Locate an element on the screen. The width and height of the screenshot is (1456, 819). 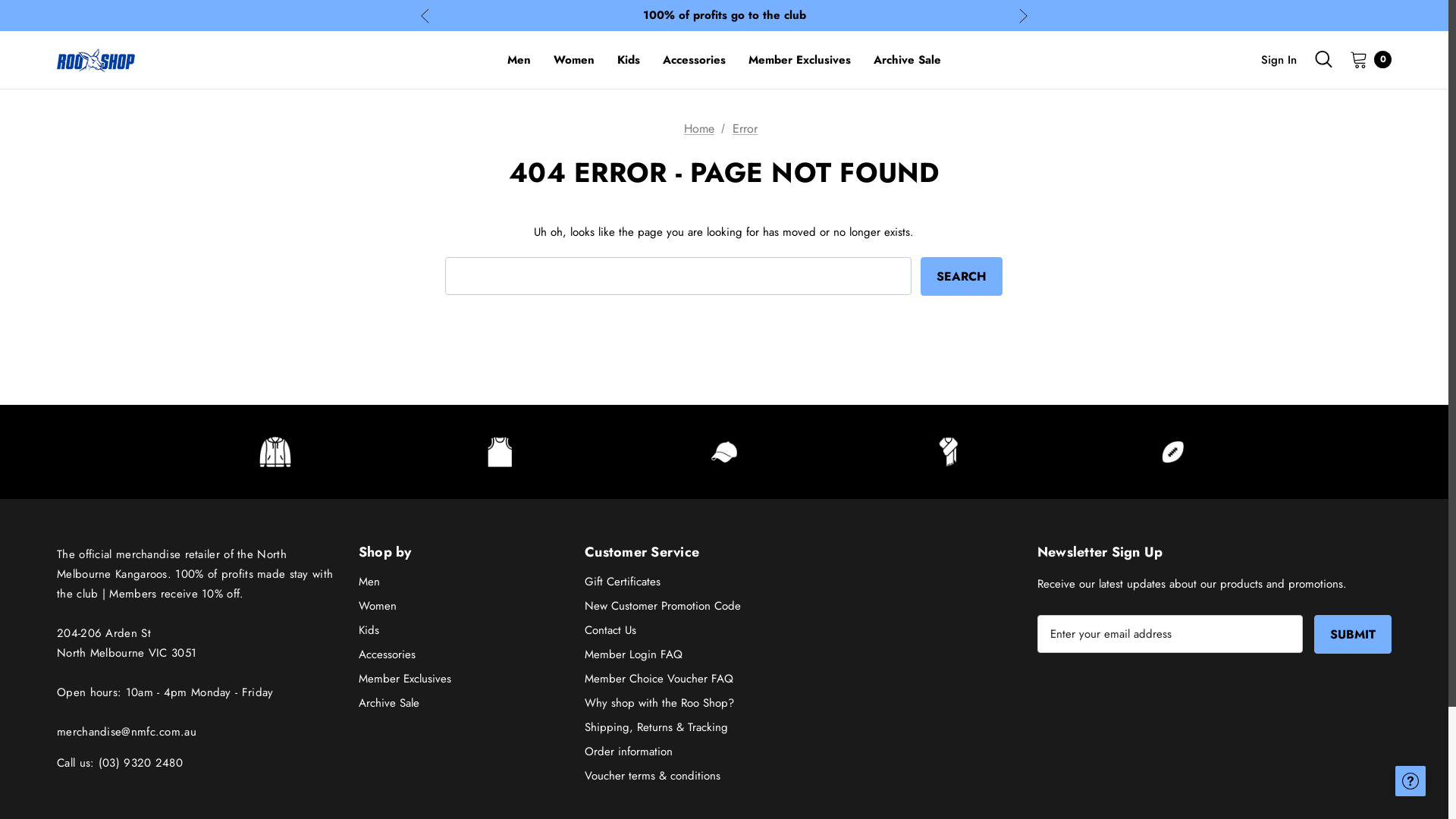
'Accessories' is located at coordinates (387, 654).